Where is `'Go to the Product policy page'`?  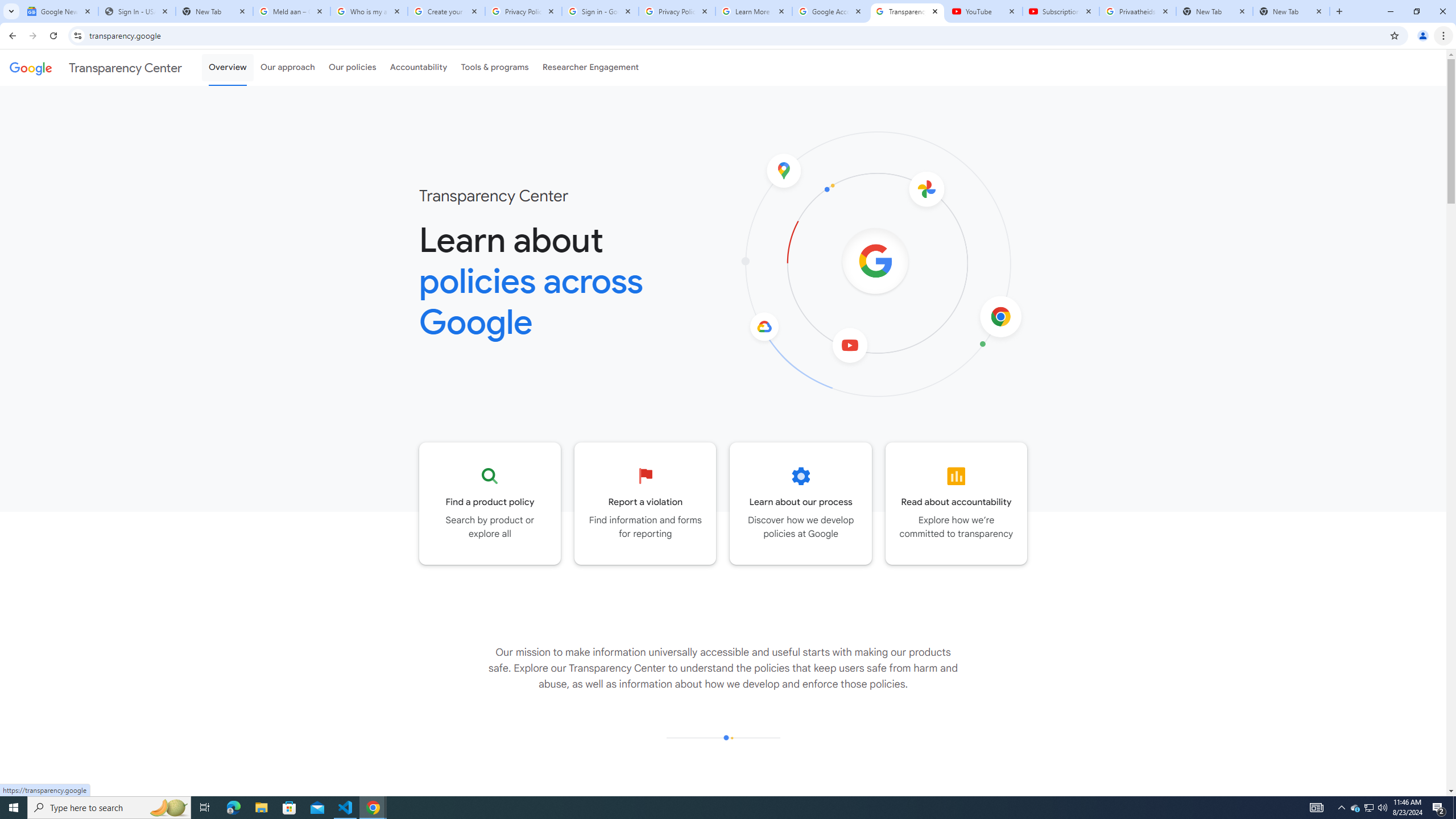
'Go to the Product policy page' is located at coordinates (490, 503).